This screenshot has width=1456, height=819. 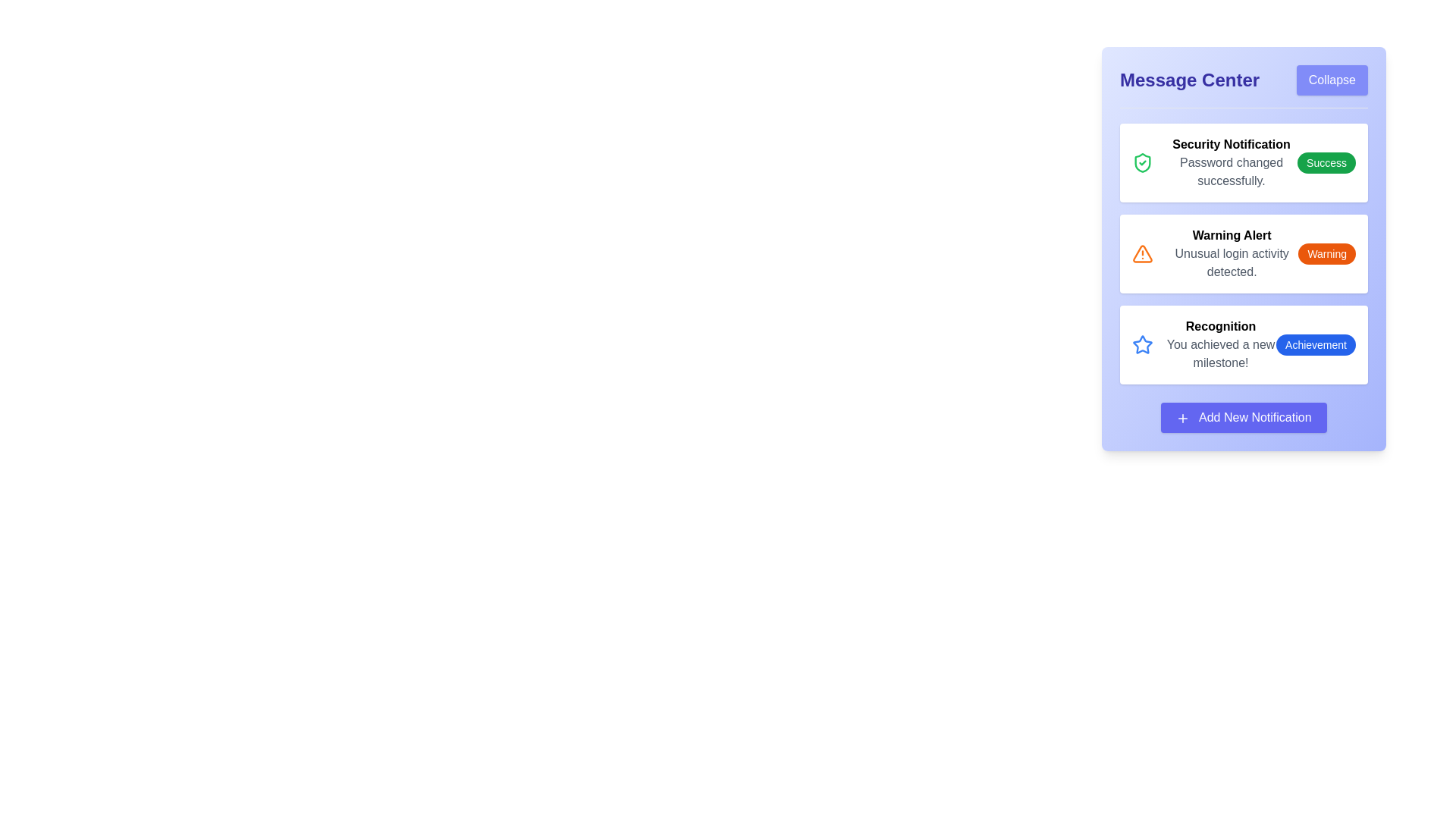 I want to click on the 'Add New Notification' button, which is a rectangular button with rounded corners, rich indigo background, and white text, located centrally at the bottom of the notification panel, so click(x=1244, y=418).